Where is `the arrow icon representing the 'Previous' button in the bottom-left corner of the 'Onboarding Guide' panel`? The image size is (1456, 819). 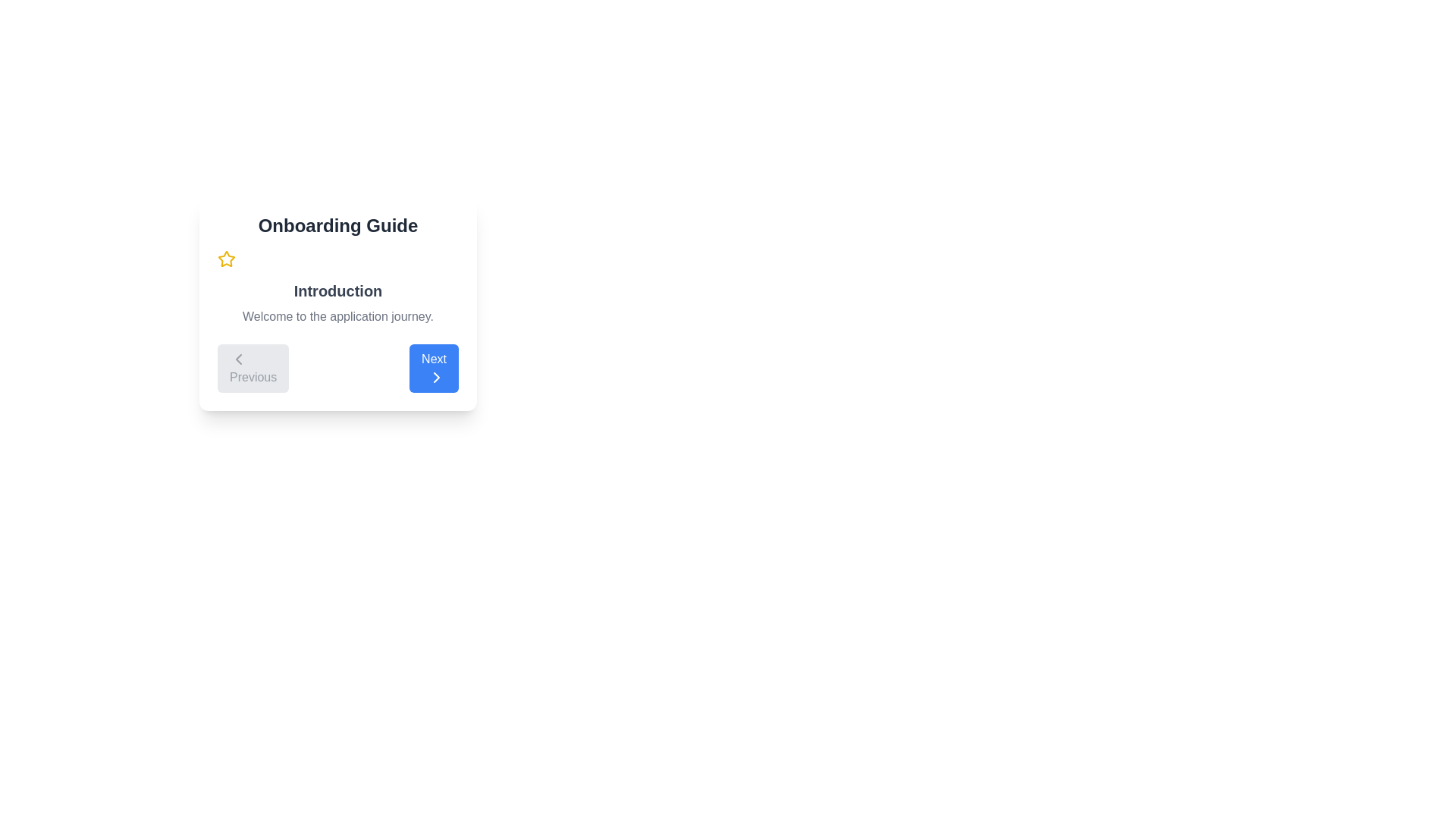 the arrow icon representing the 'Previous' button in the bottom-left corner of the 'Onboarding Guide' panel is located at coordinates (238, 359).